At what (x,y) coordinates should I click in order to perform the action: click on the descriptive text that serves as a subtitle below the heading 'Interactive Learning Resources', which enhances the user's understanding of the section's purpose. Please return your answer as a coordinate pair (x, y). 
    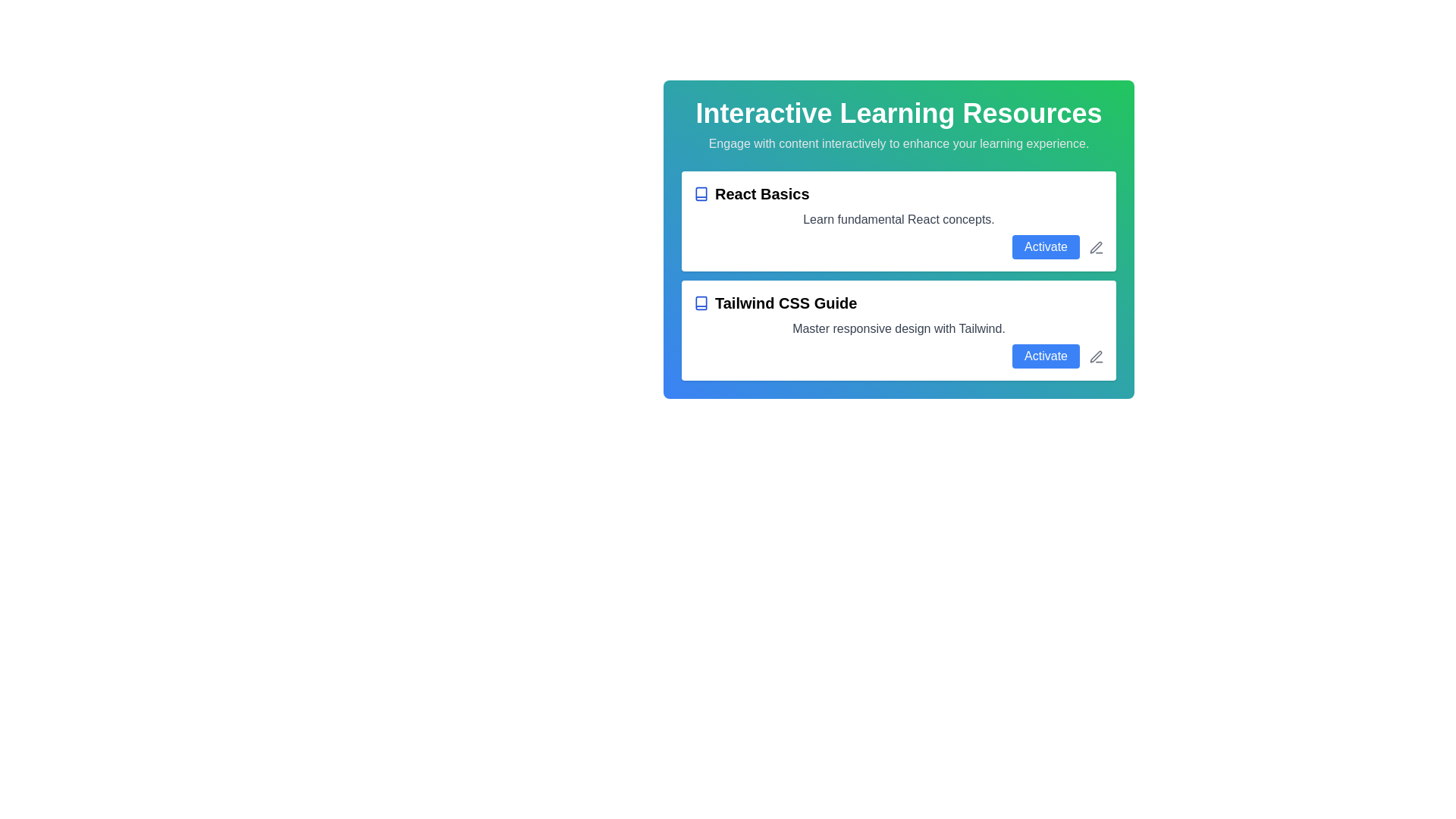
    Looking at the image, I should click on (899, 143).